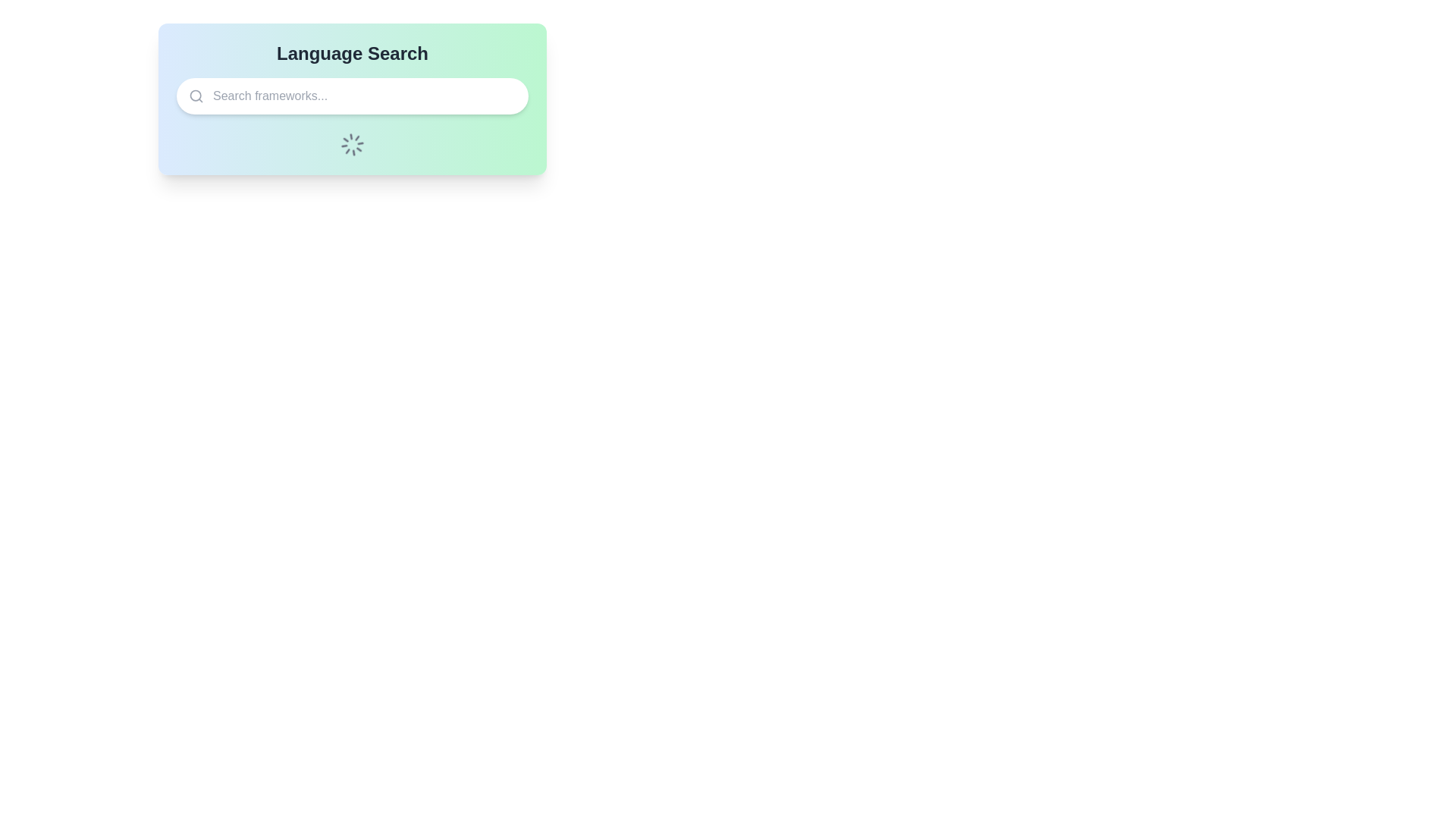 The height and width of the screenshot is (819, 1456). What do you see at coordinates (196, 96) in the screenshot?
I see `the search icon located at the leftmost edge of the rounded rectangular search bar` at bounding box center [196, 96].